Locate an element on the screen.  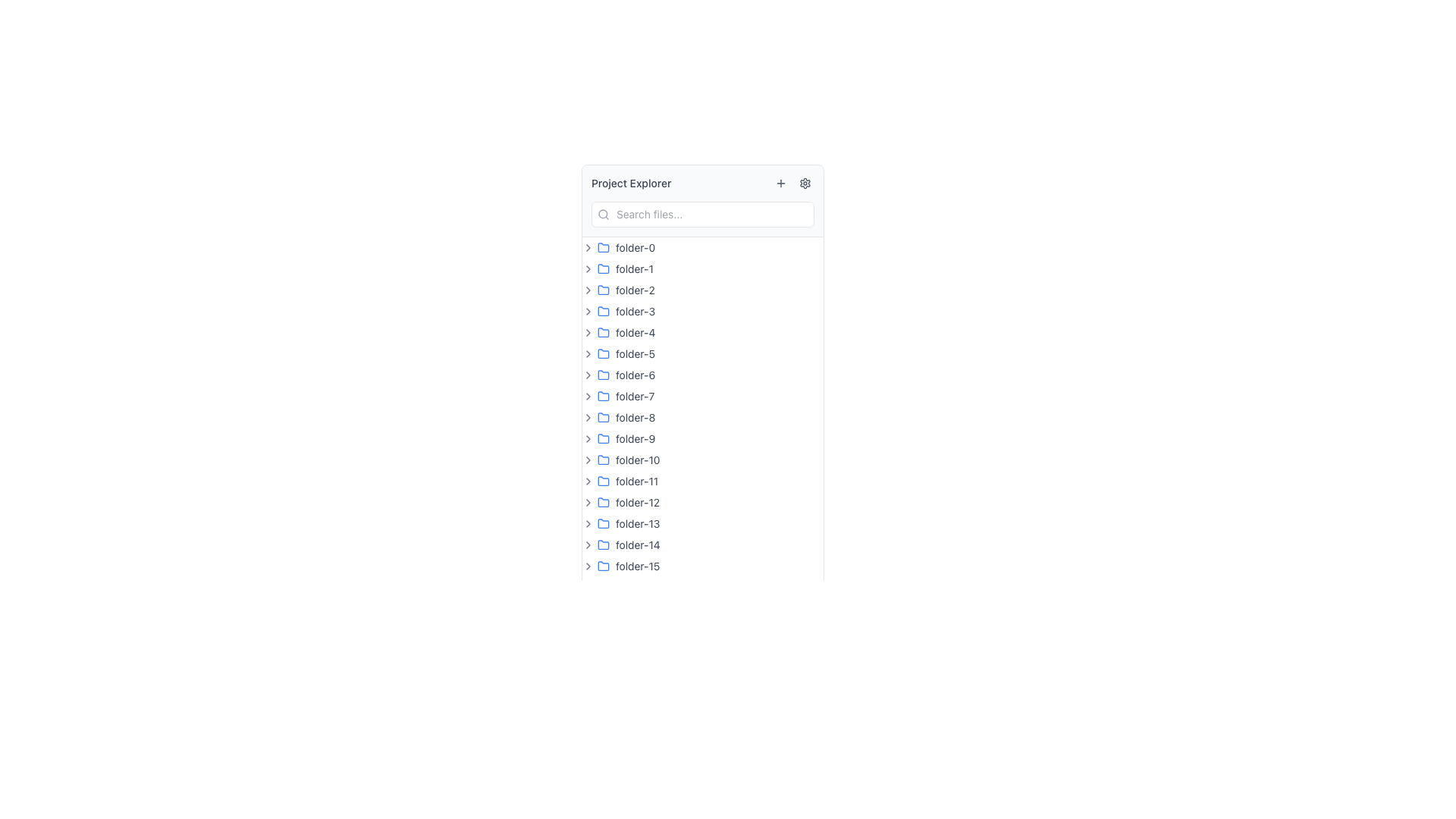
the folder icon representing 'folder-2' in the Project Explorer is located at coordinates (603, 290).